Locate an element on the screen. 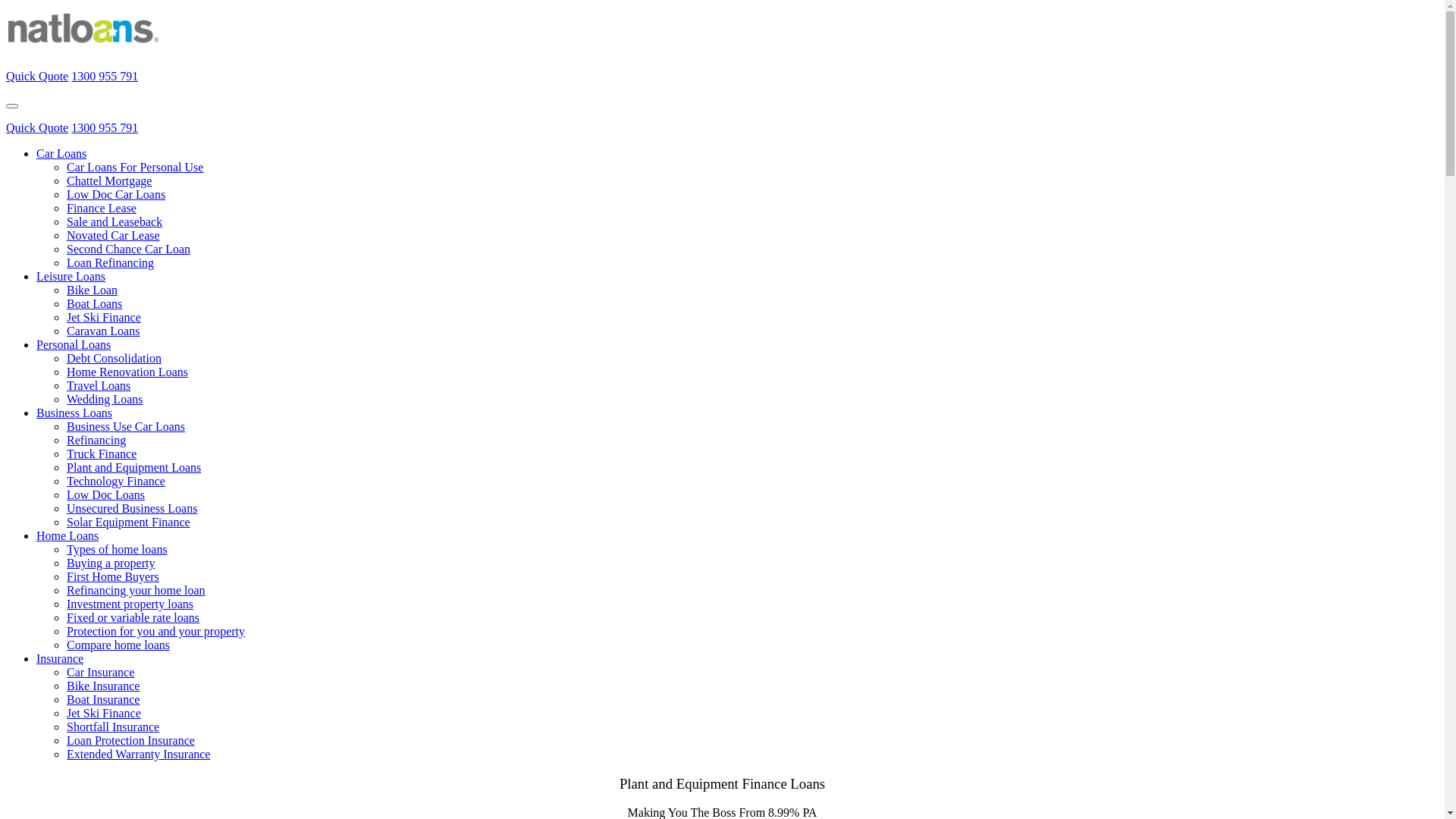 The image size is (1456, 819). 'Investment property loans' is located at coordinates (130, 603).